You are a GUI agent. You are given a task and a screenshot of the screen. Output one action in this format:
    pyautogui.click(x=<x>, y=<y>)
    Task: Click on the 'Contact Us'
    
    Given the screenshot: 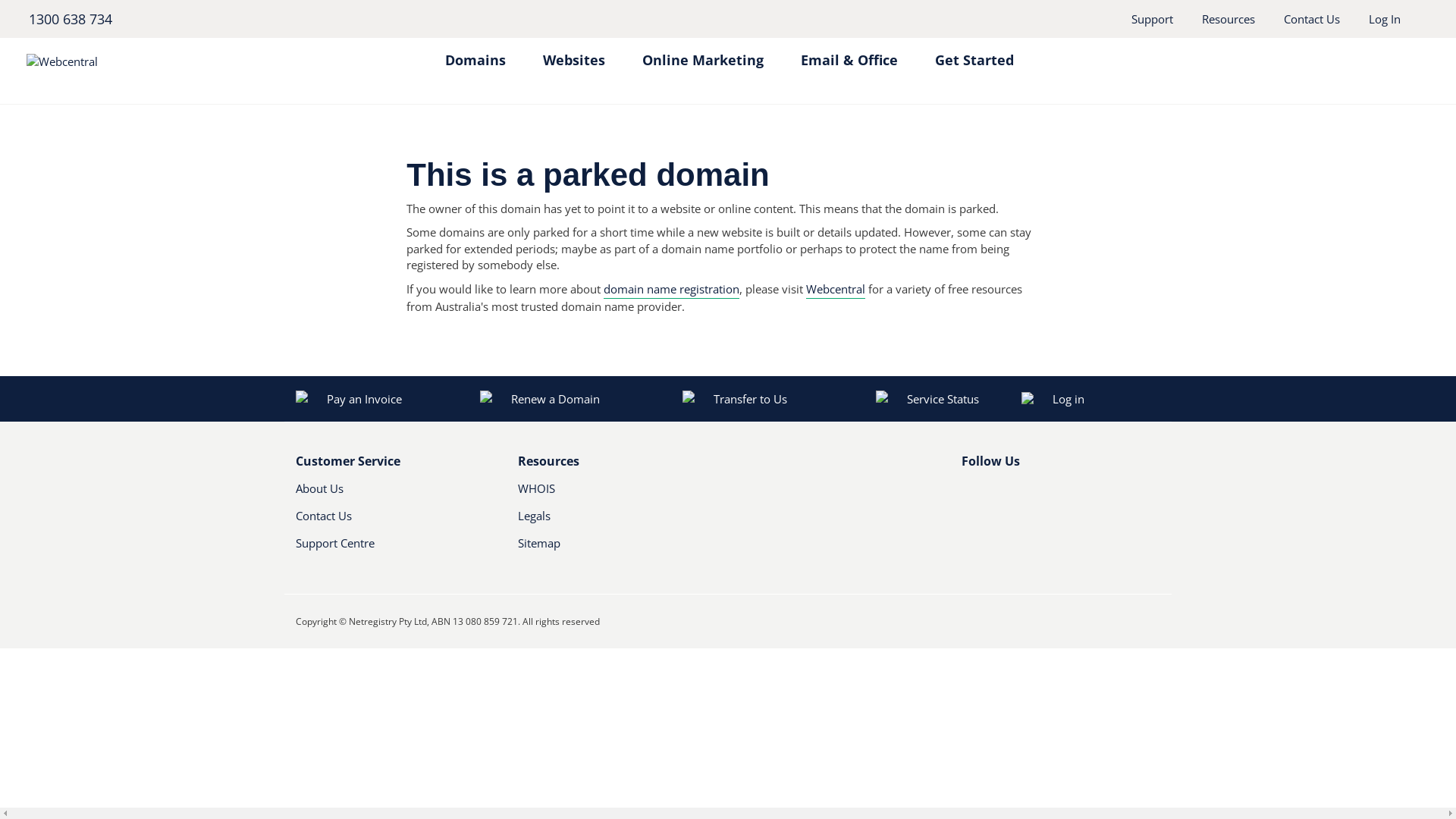 What is the action you would take?
    pyautogui.click(x=1310, y=18)
    